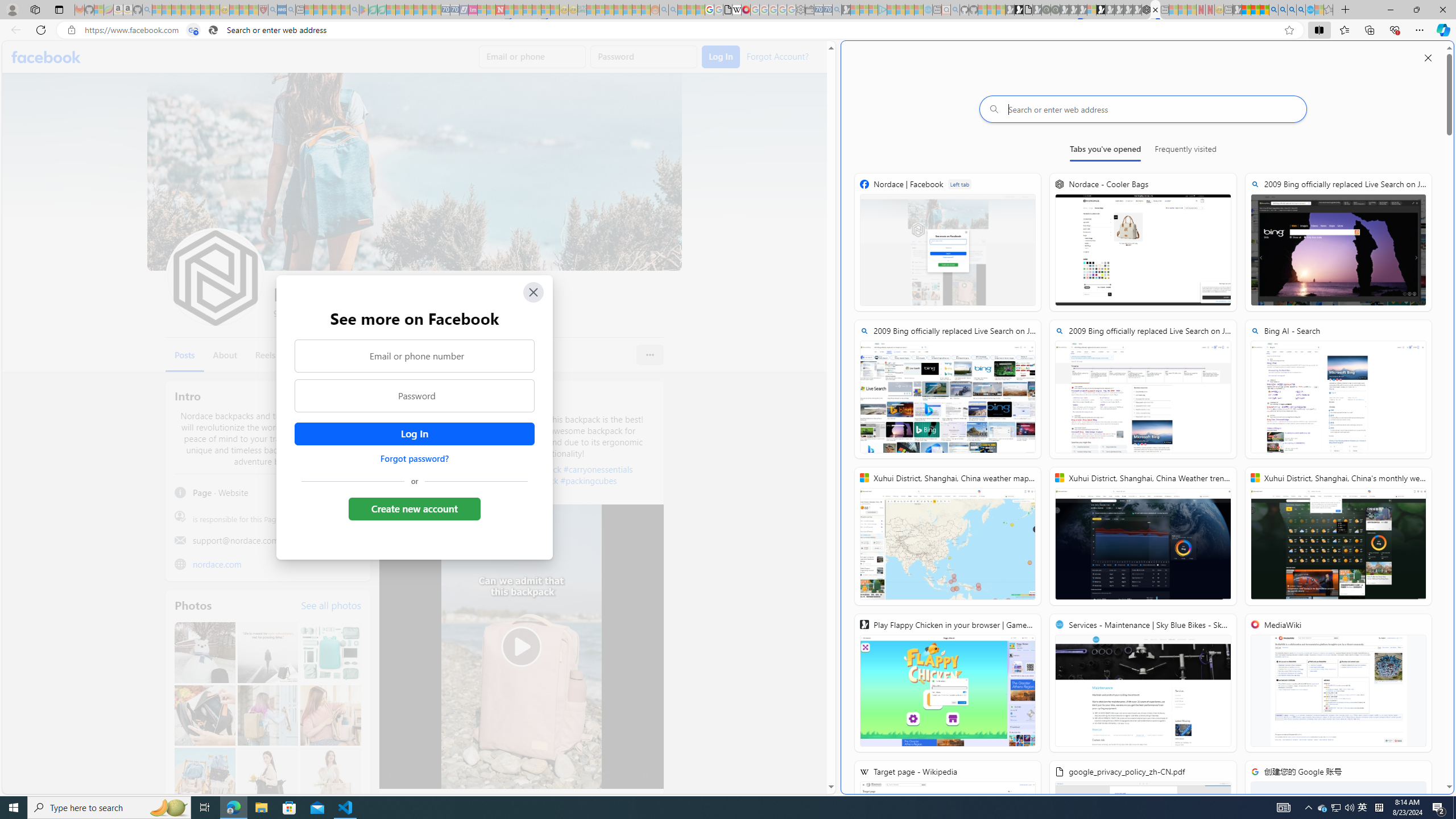  What do you see at coordinates (1017, 9) in the screenshot?
I see `'Play Zoo Boom in your browser | Games from Microsoft Start'` at bounding box center [1017, 9].